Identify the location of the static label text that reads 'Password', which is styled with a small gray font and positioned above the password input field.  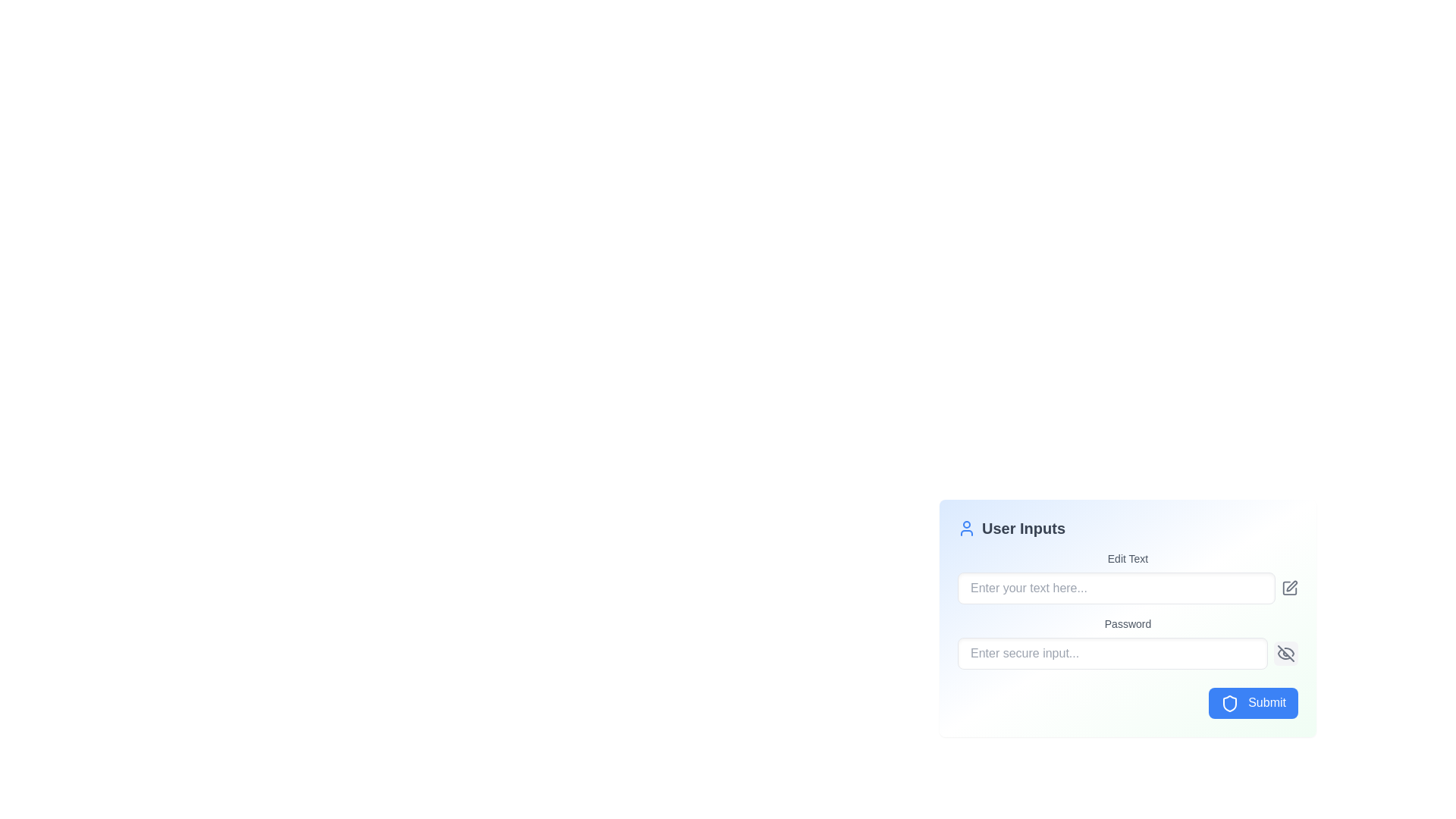
(1128, 623).